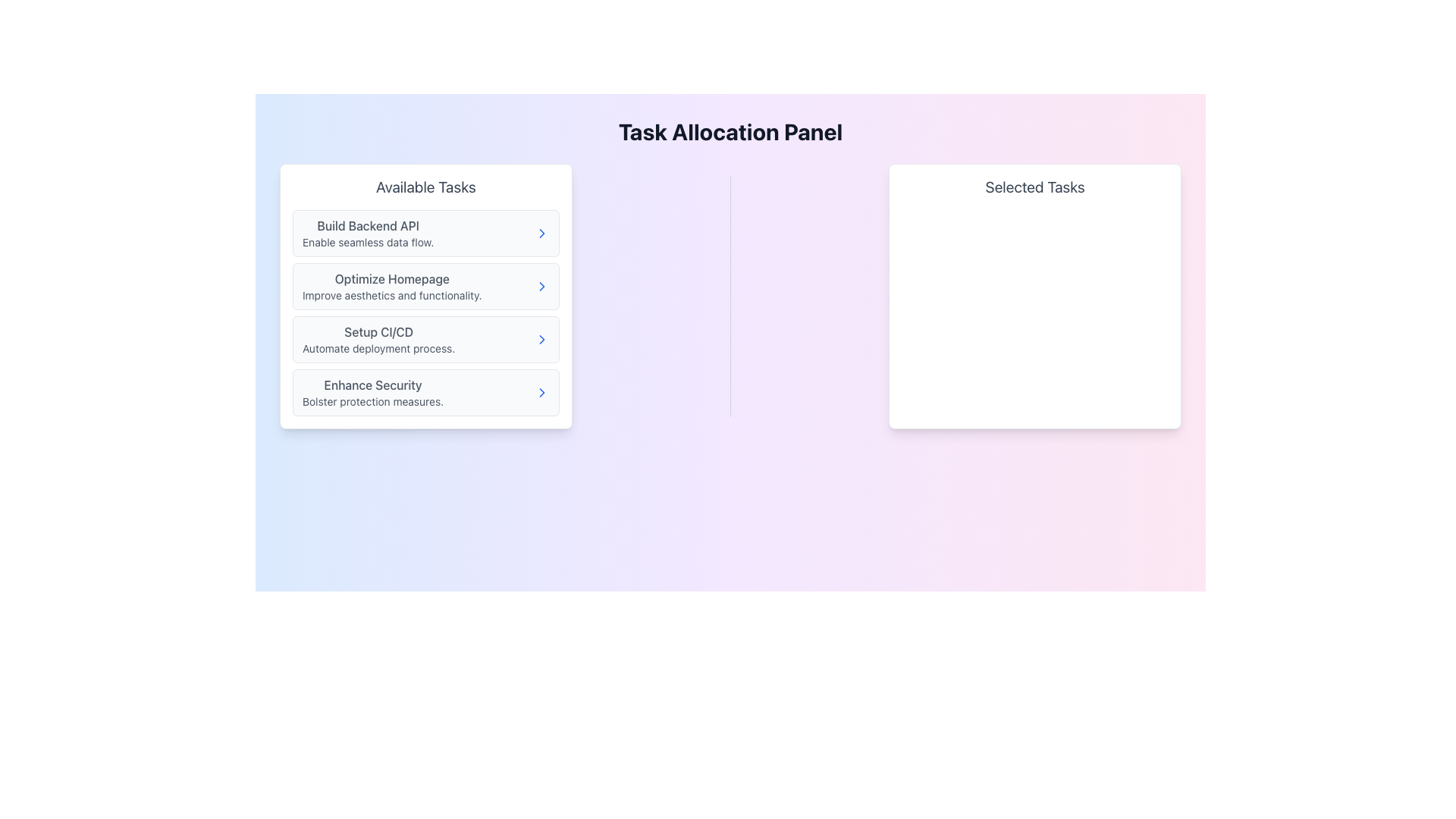  What do you see at coordinates (373, 391) in the screenshot?
I see `to select the fourth task in the 'Available Tasks' list, positioned below 'Setup CI/CD'` at bounding box center [373, 391].